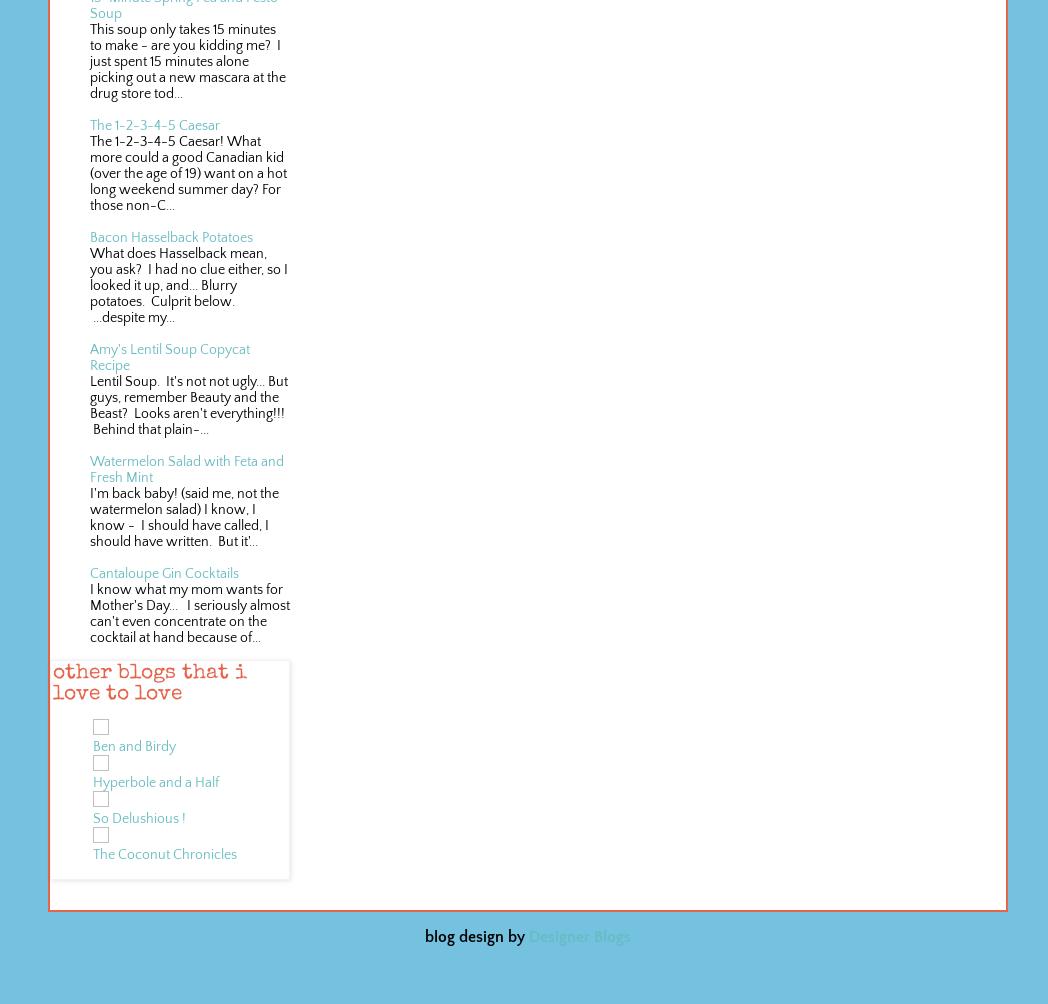  Describe the element at coordinates (134, 745) in the screenshot. I see `'Ben and Birdy'` at that location.